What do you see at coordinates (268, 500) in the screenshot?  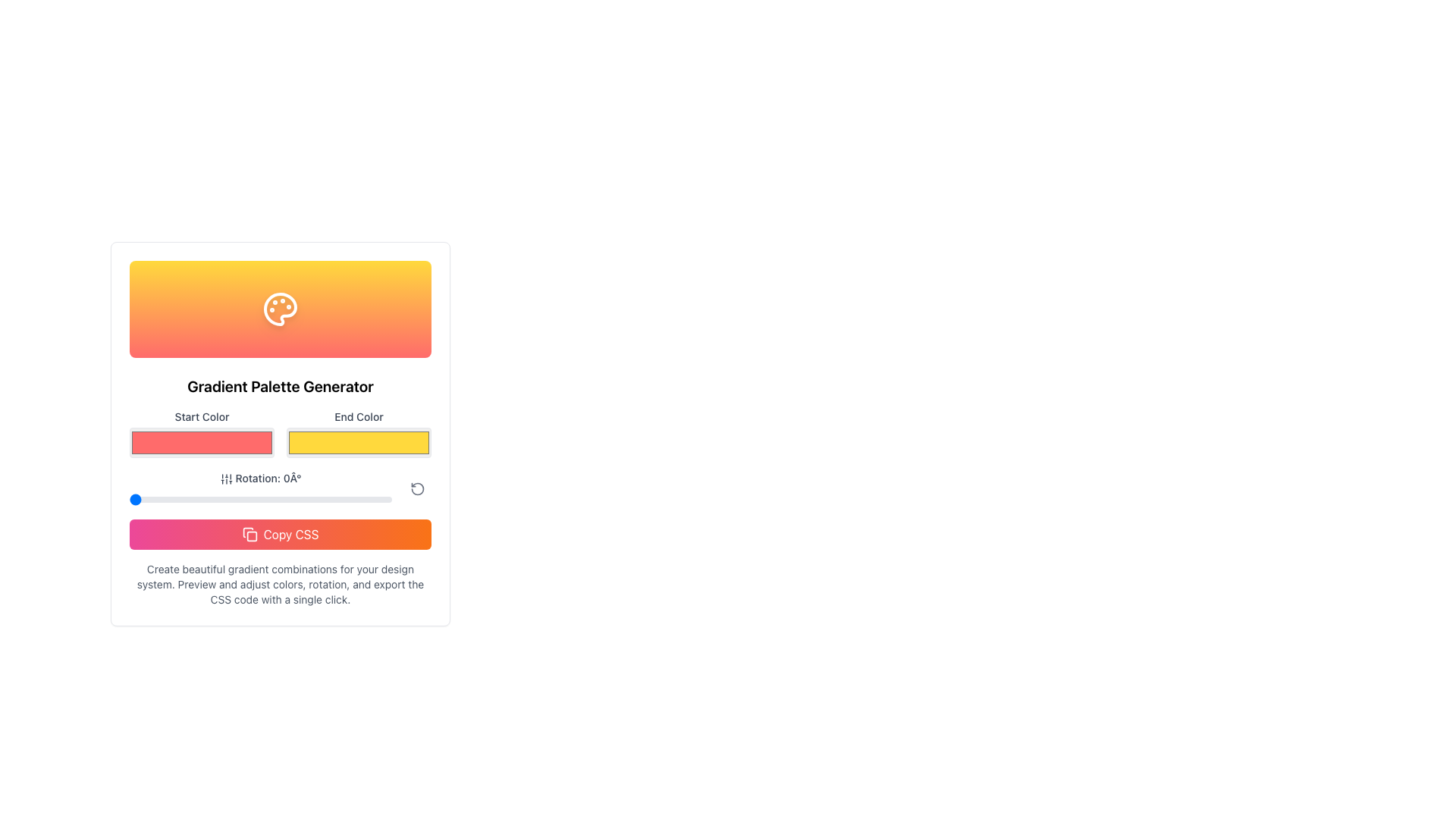 I see `the rotation` at bounding box center [268, 500].